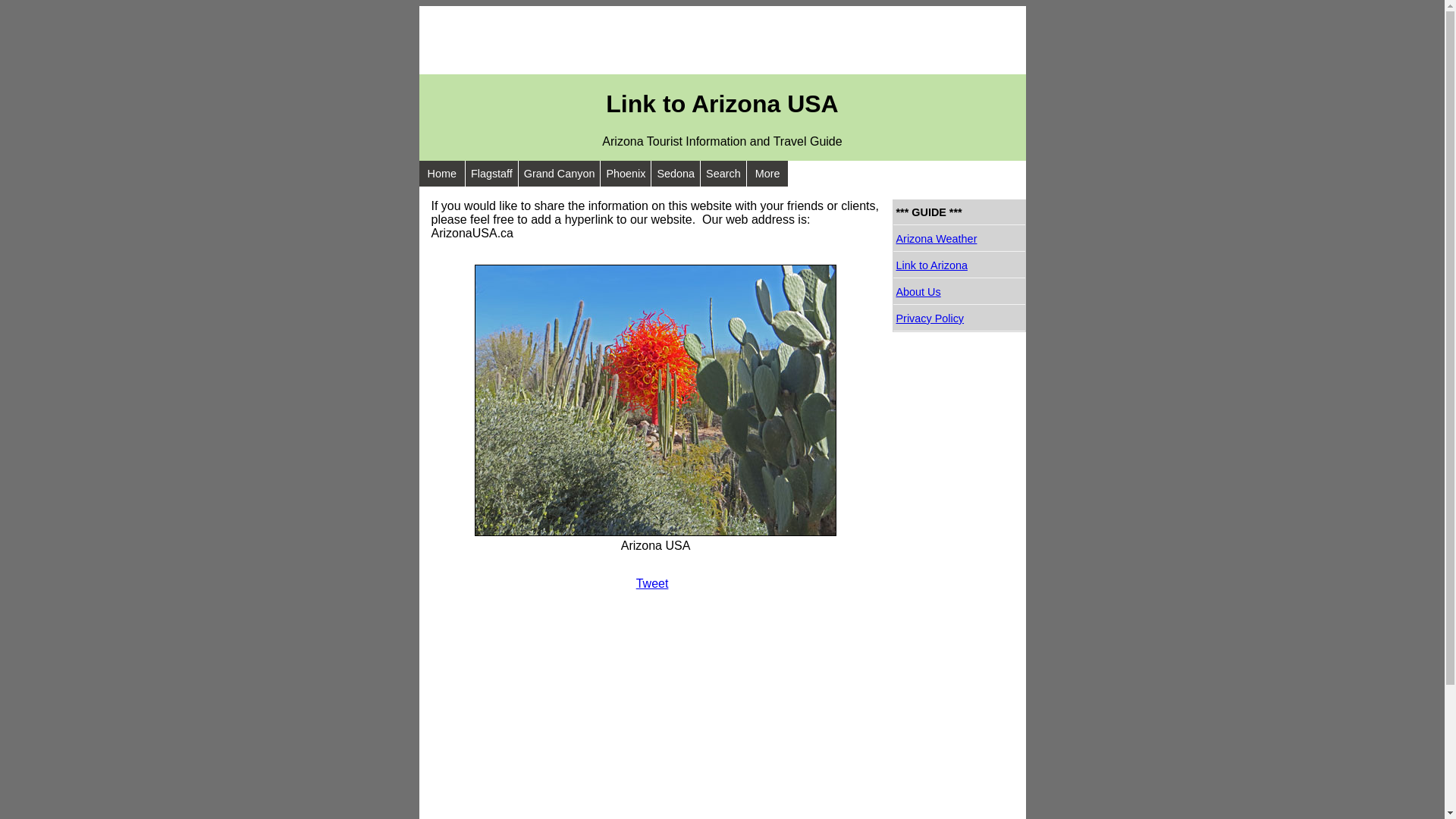 This screenshot has height=819, width=1456. Describe the element at coordinates (746, 172) in the screenshot. I see `' More '` at that location.